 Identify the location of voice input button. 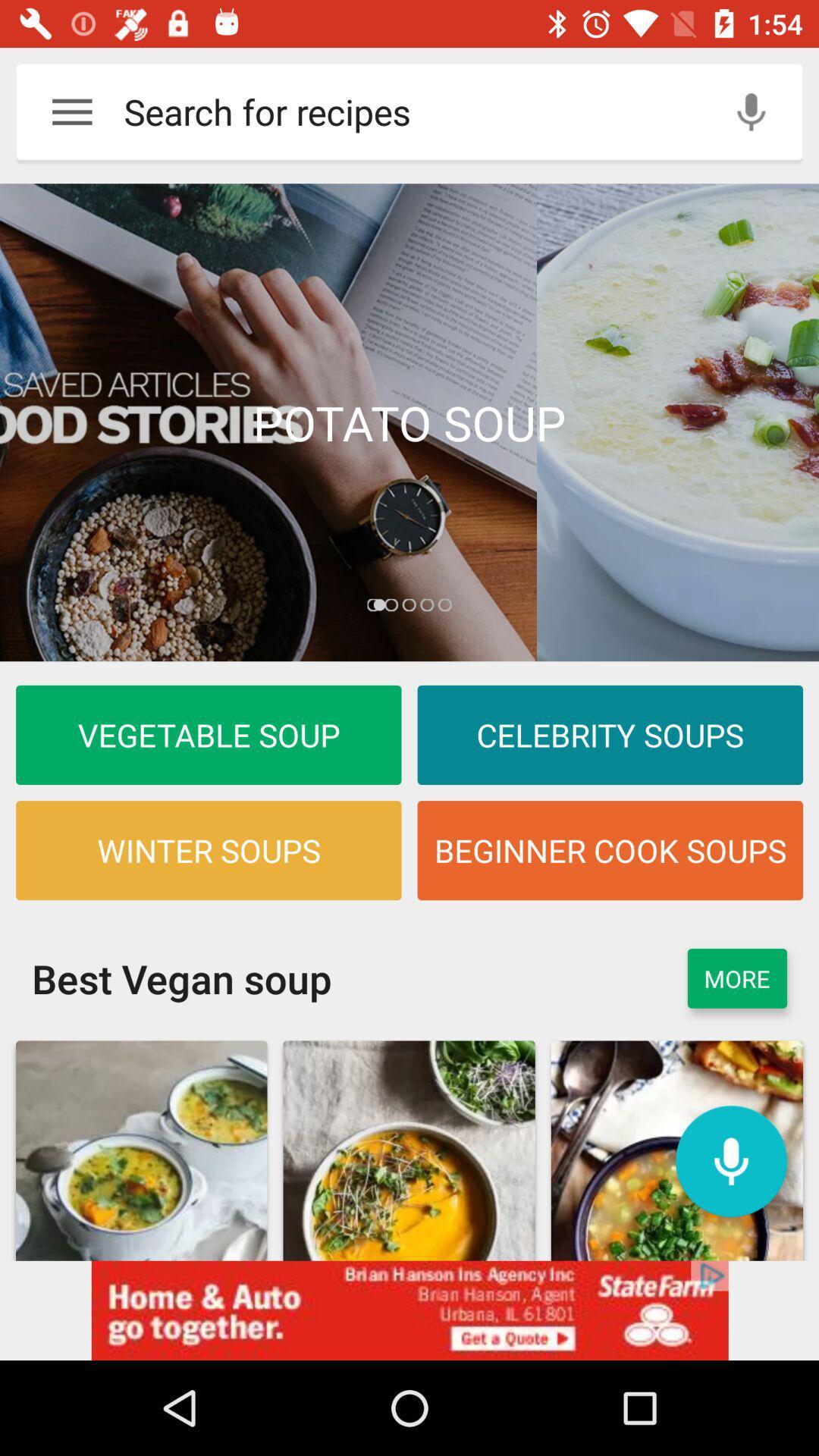
(751, 111).